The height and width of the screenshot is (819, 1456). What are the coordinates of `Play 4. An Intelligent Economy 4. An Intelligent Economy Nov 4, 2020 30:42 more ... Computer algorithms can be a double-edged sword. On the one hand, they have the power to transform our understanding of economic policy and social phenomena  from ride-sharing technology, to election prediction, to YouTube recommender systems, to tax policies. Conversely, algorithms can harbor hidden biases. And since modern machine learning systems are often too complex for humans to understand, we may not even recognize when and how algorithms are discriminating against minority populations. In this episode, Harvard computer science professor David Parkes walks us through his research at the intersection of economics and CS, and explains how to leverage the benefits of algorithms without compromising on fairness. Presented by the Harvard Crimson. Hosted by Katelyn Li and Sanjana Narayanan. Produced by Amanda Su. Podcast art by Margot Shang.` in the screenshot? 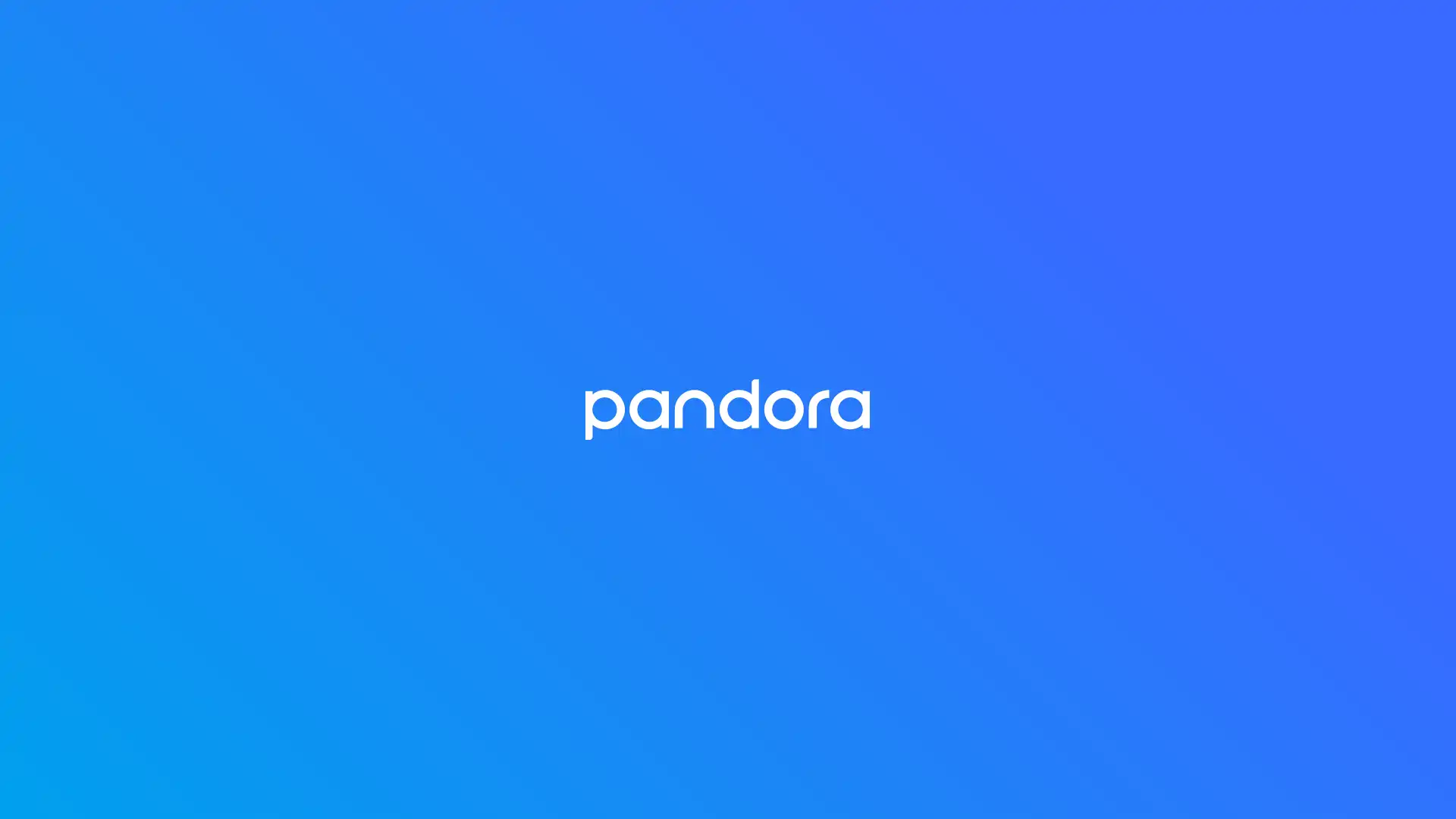 It's located at (974, 721).